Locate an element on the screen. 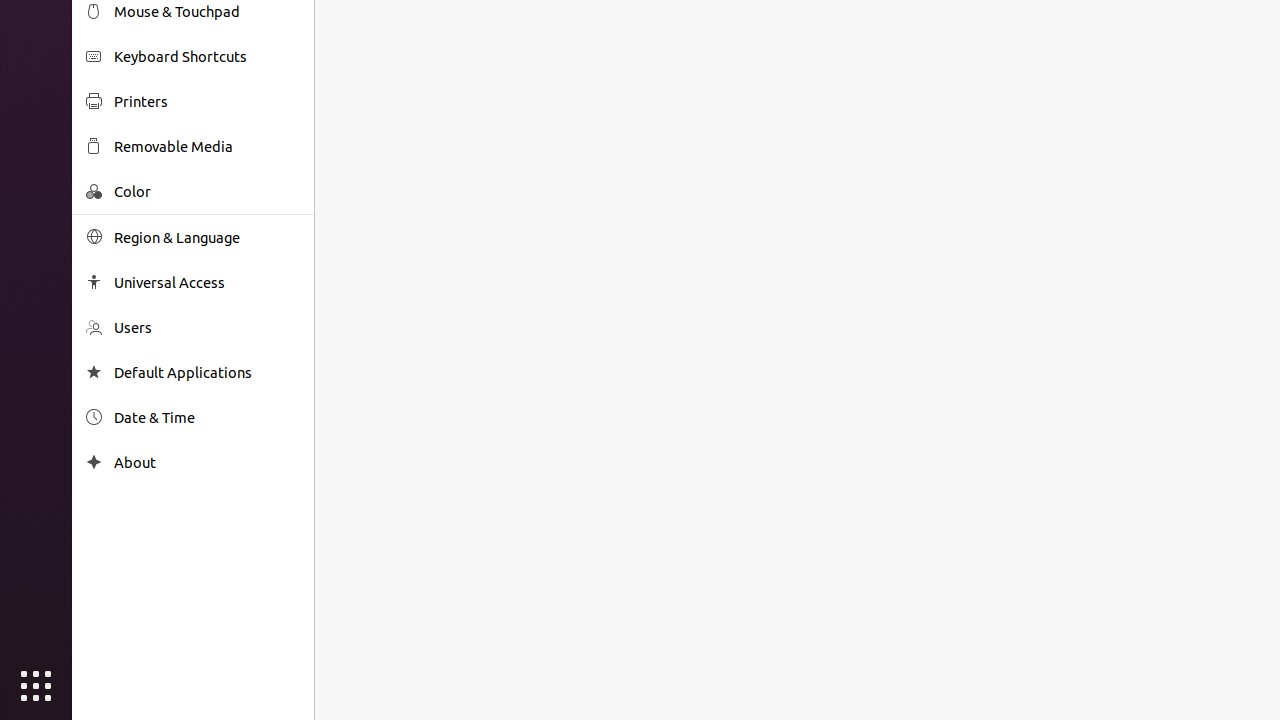  'About' is located at coordinates (206, 462).